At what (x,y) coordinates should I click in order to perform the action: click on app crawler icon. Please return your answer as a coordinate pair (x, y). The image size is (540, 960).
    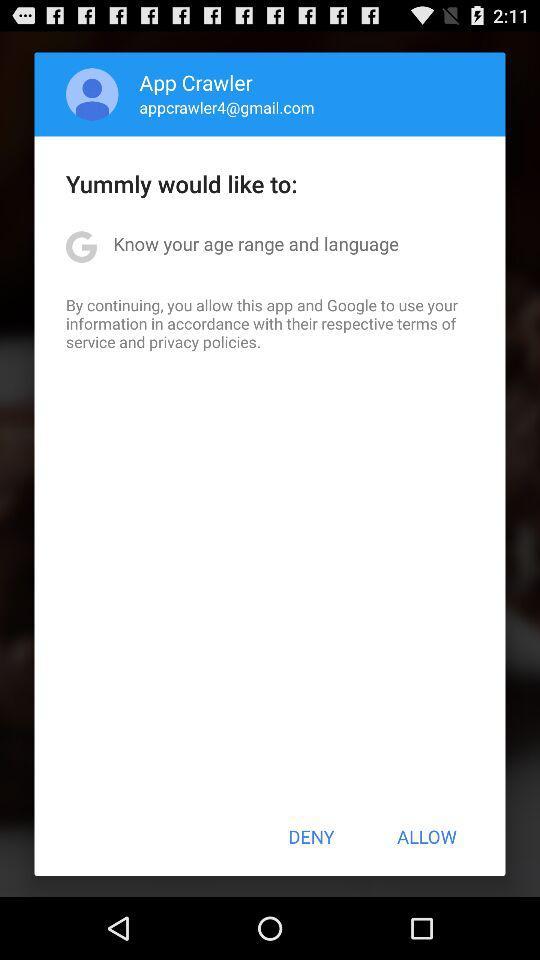
    Looking at the image, I should click on (196, 82).